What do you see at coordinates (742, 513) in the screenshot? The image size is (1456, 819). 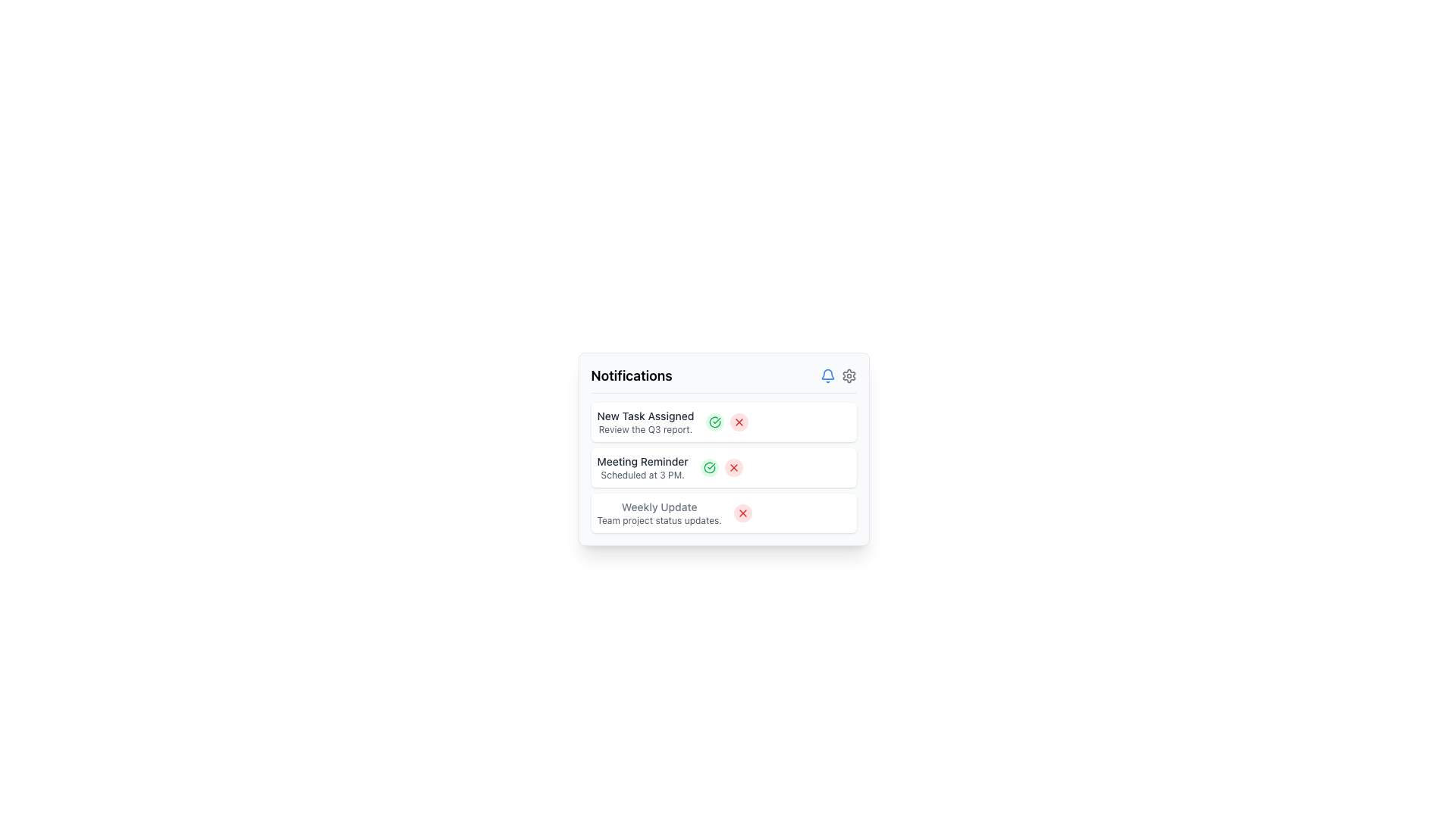 I see `the button located at the far-right of the 'Weekly Update' notification card` at bounding box center [742, 513].